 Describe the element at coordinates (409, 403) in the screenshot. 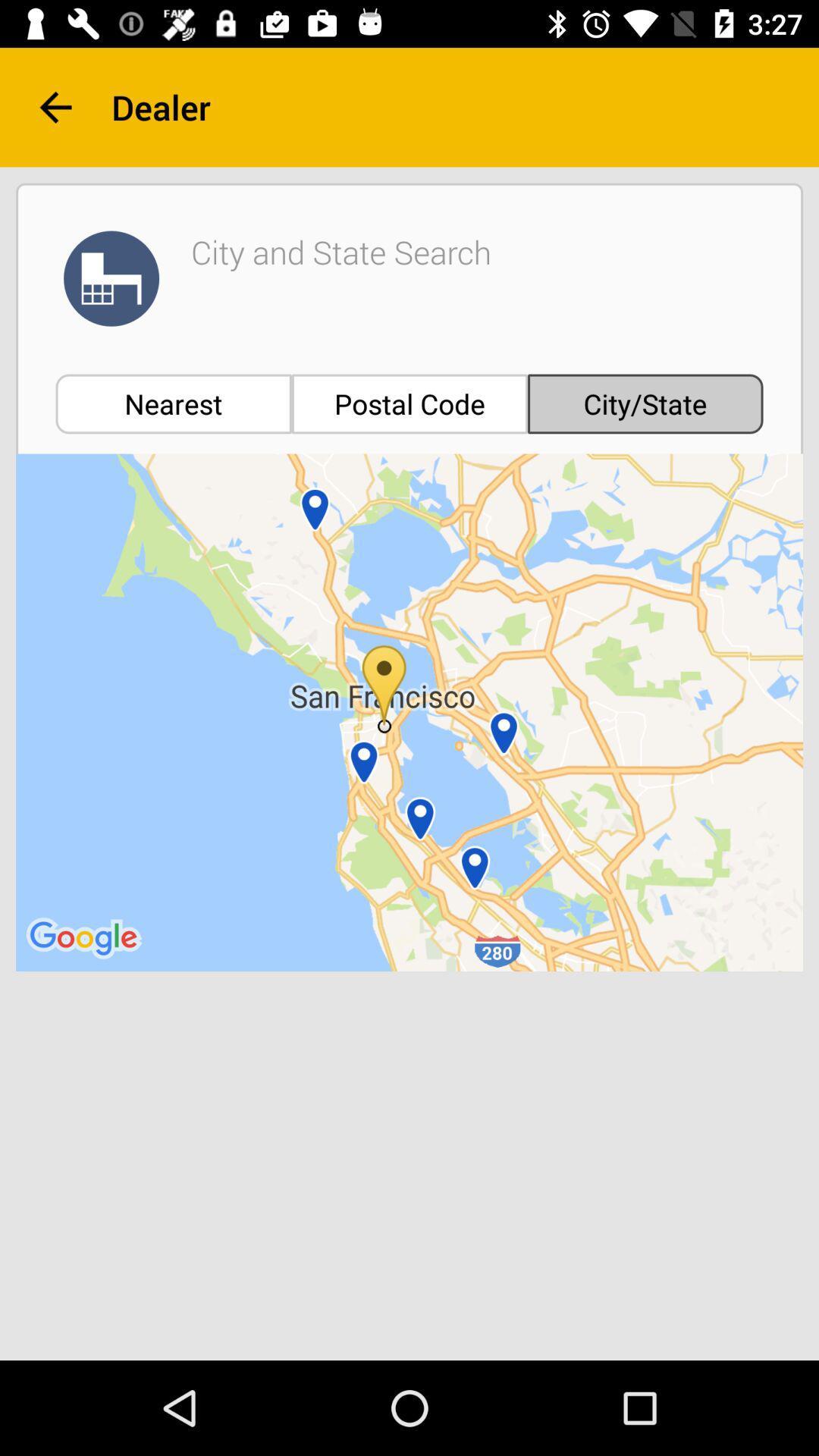

I see `item next to nearest item` at that location.